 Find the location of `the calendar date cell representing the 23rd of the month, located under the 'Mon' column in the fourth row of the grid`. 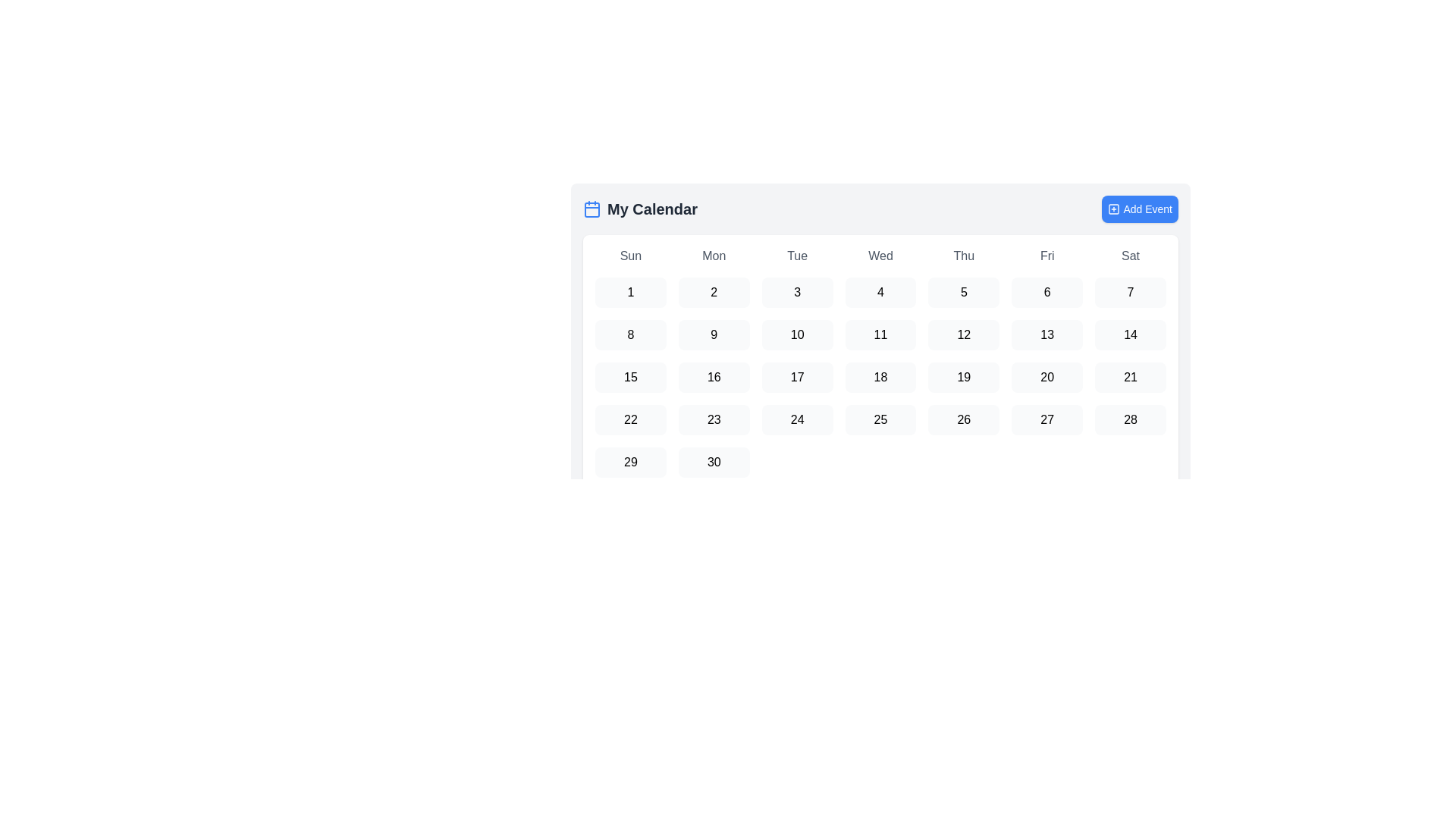

the calendar date cell representing the 23rd of the month, located under the 'Mon' column in the fourth row of the grid is located at coordinates (713, 420).